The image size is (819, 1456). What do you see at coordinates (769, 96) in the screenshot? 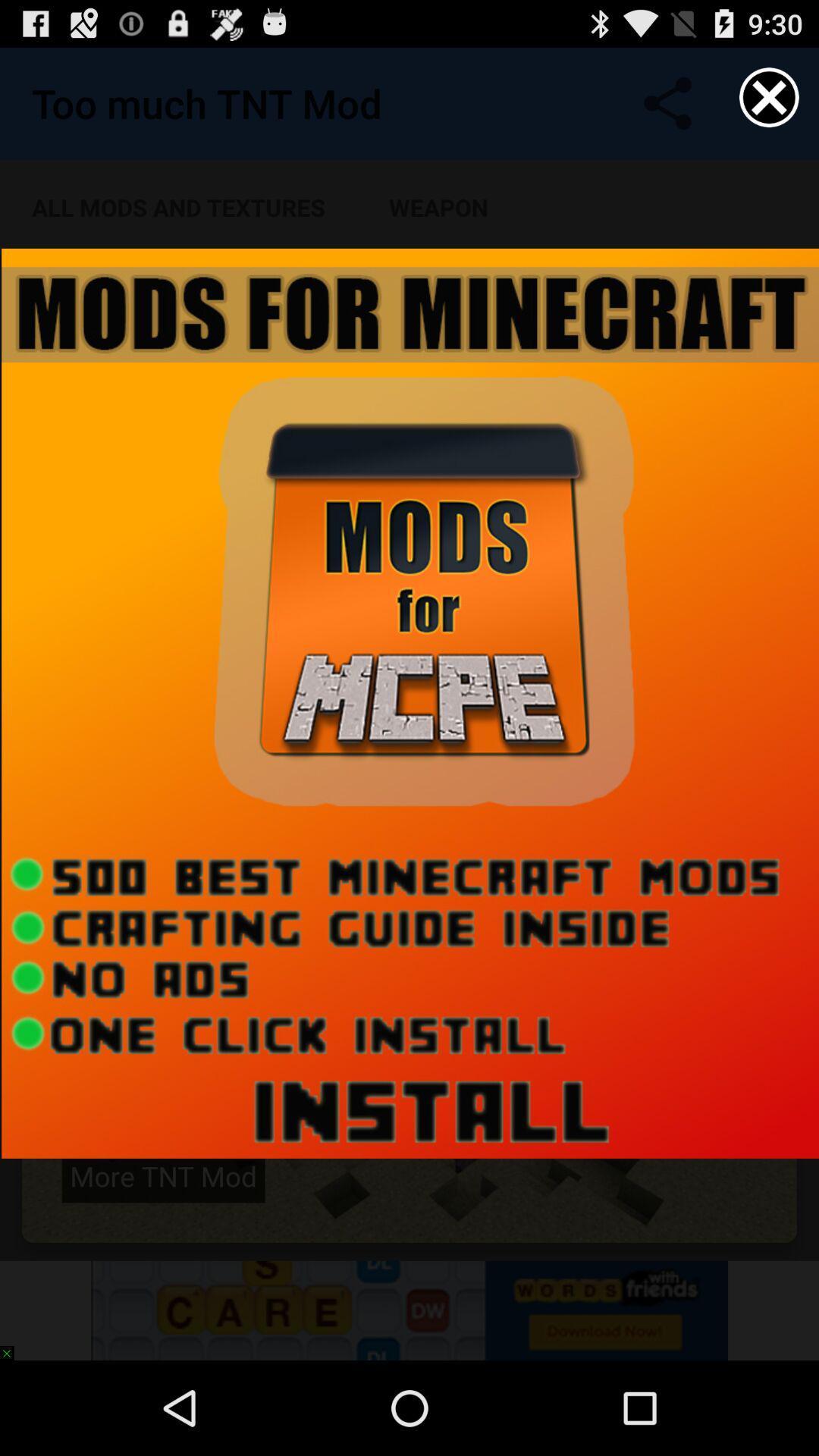
I see `the icon at the top right corner` at bounding box center [769, 96].